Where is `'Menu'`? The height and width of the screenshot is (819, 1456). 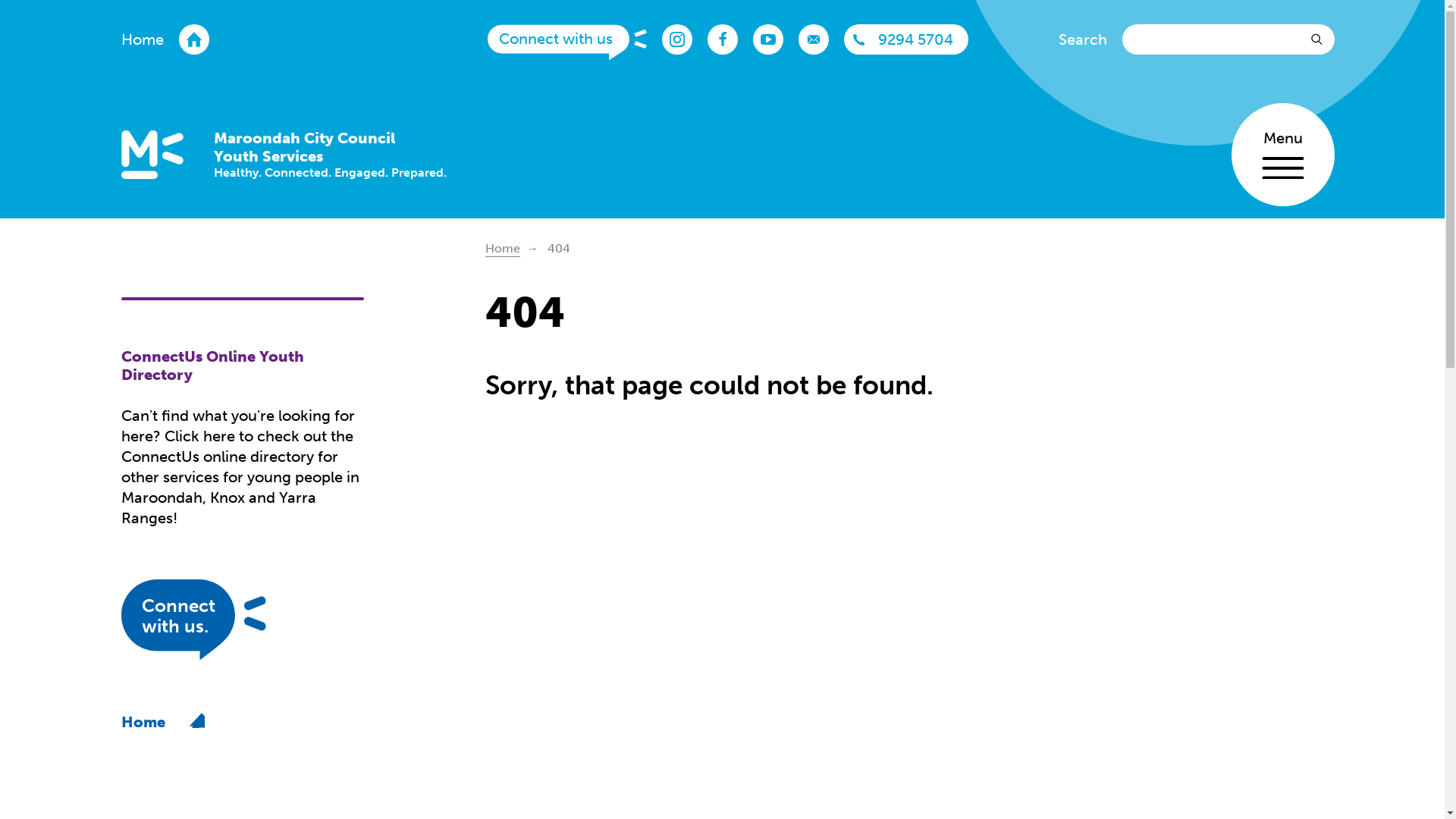
'Menu' is located at coordinates (1282, 155).